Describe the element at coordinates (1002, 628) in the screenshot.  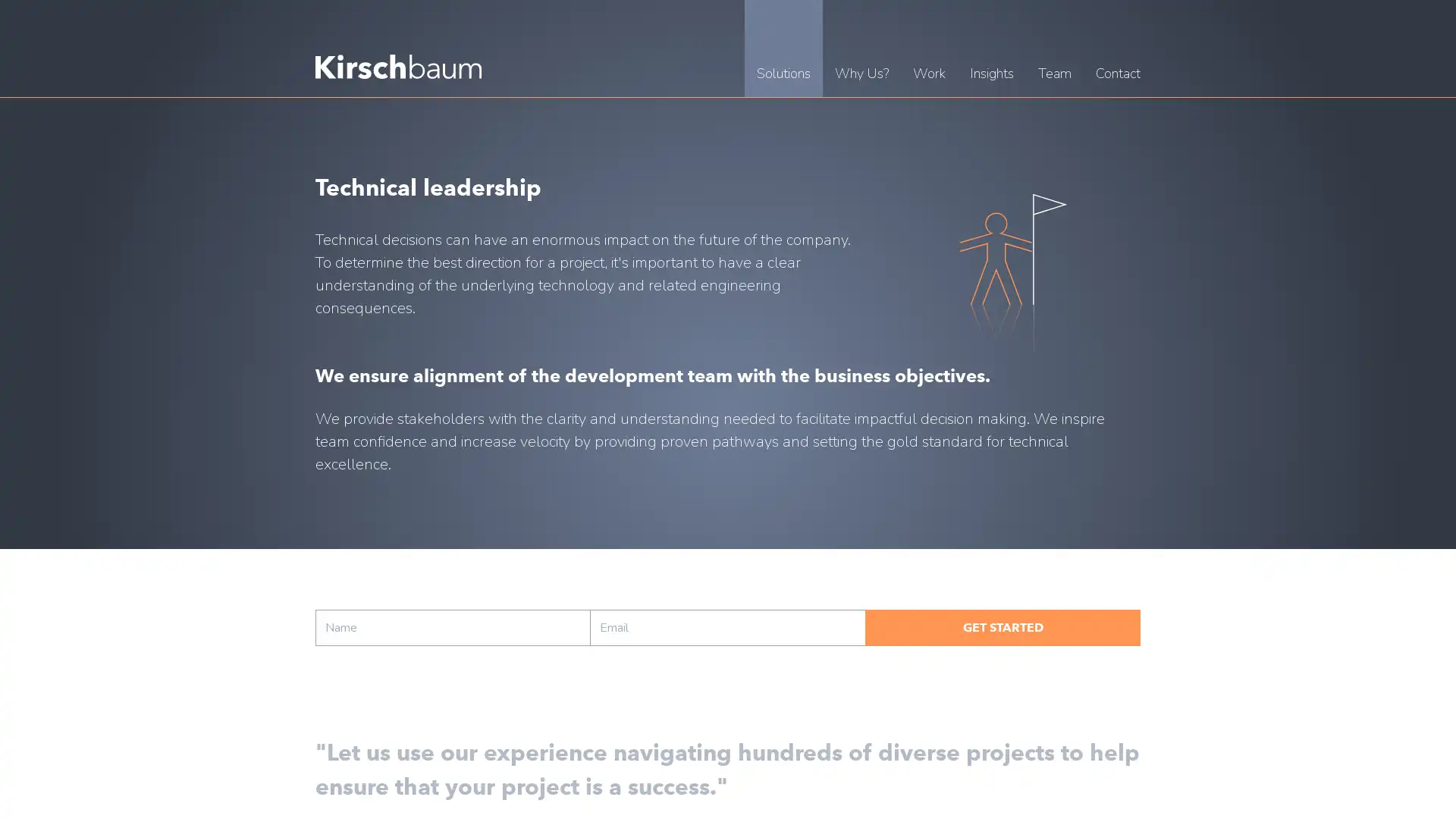
I see `GET STARTED` at that location.